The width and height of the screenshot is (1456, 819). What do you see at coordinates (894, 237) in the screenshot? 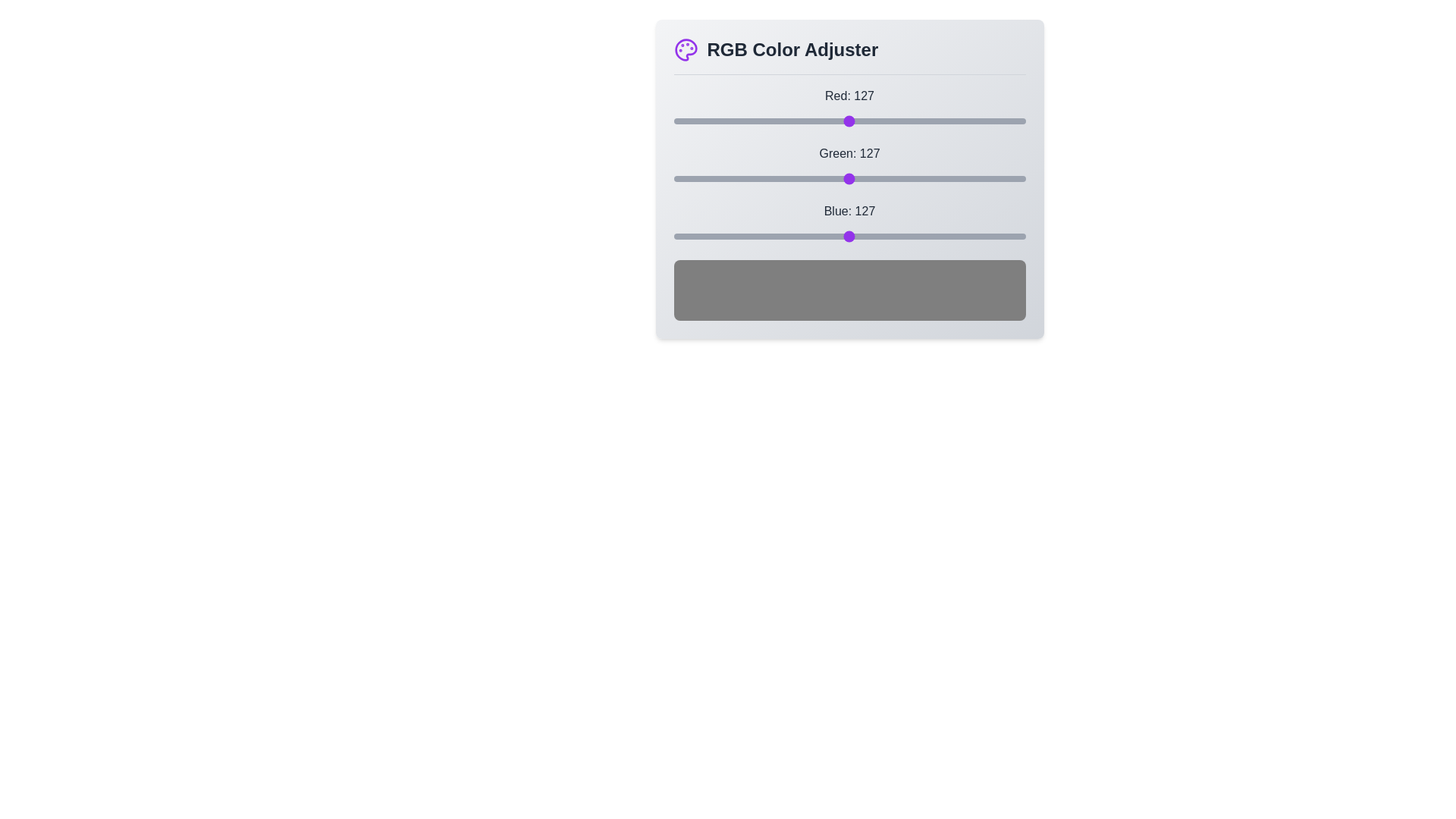
I see `the blue slider to 160 by dragging the slider` at bounding box center [894, 237].